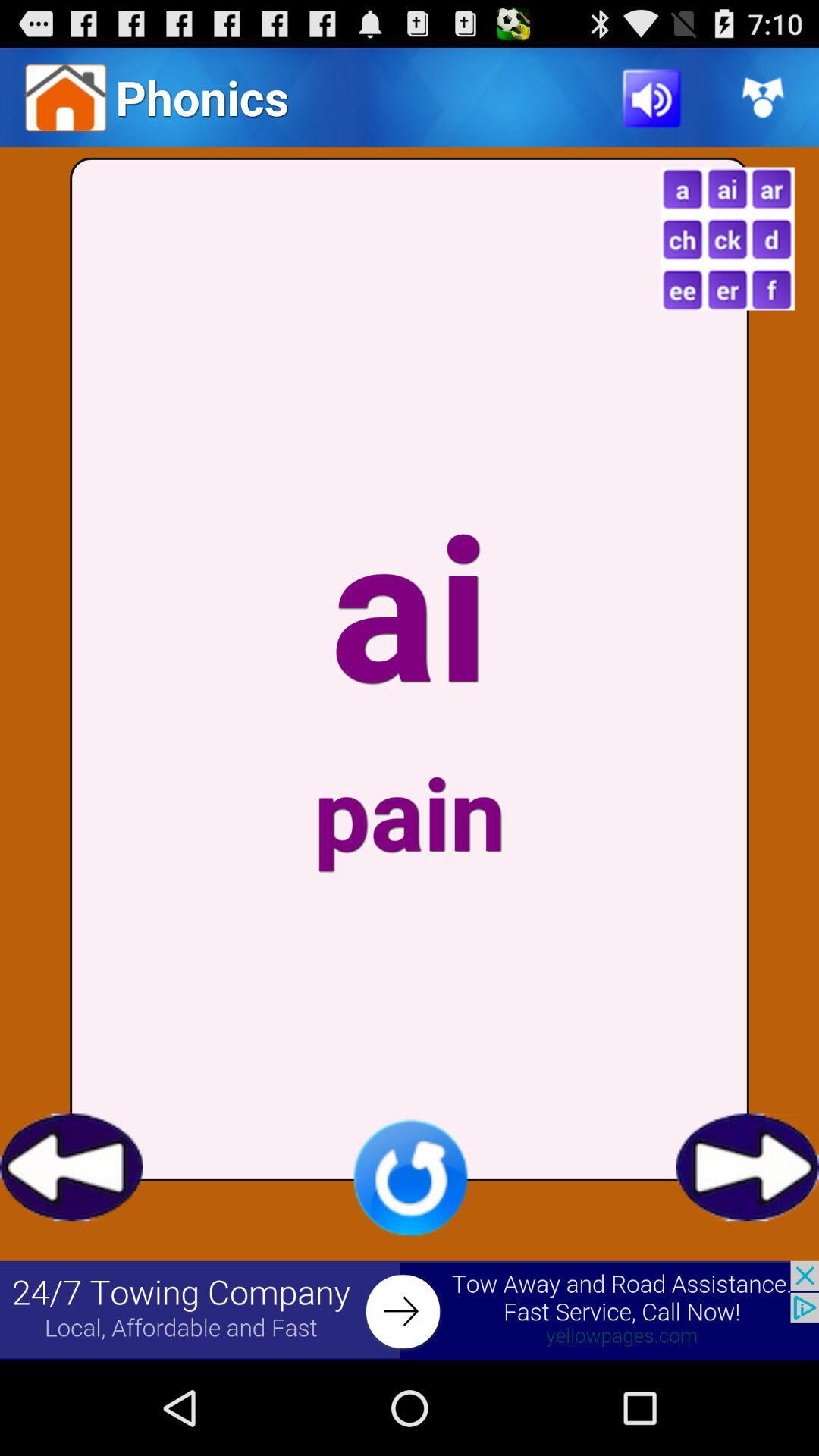 The width and height of the screenshot is (819, 1456). Describe the element at coordinates (409, 1176) in the screenshot. I see `redo` at that location.